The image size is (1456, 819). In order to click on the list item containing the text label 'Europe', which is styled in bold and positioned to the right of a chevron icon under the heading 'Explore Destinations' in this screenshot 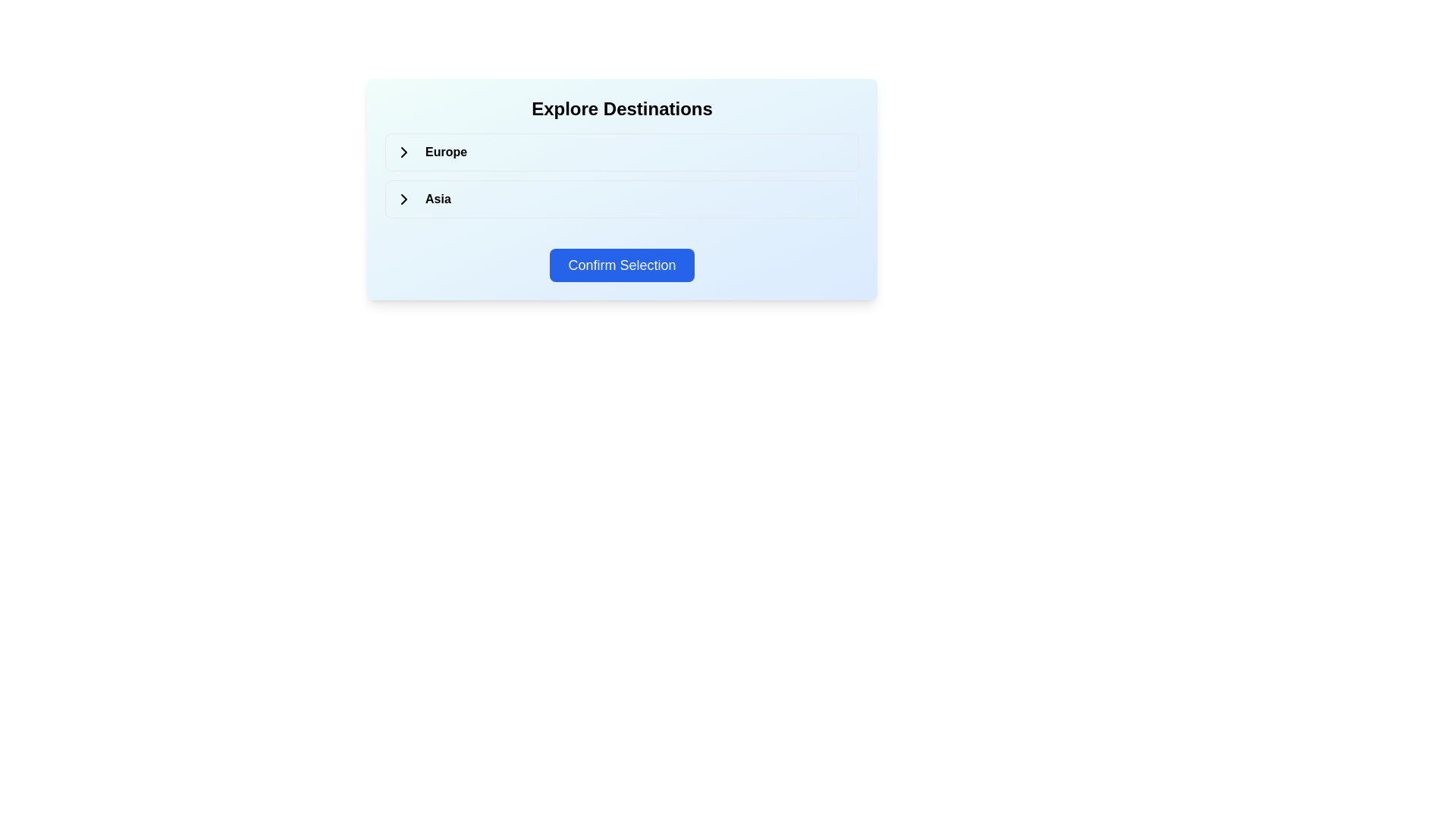, I will do `click(442, 152)`.